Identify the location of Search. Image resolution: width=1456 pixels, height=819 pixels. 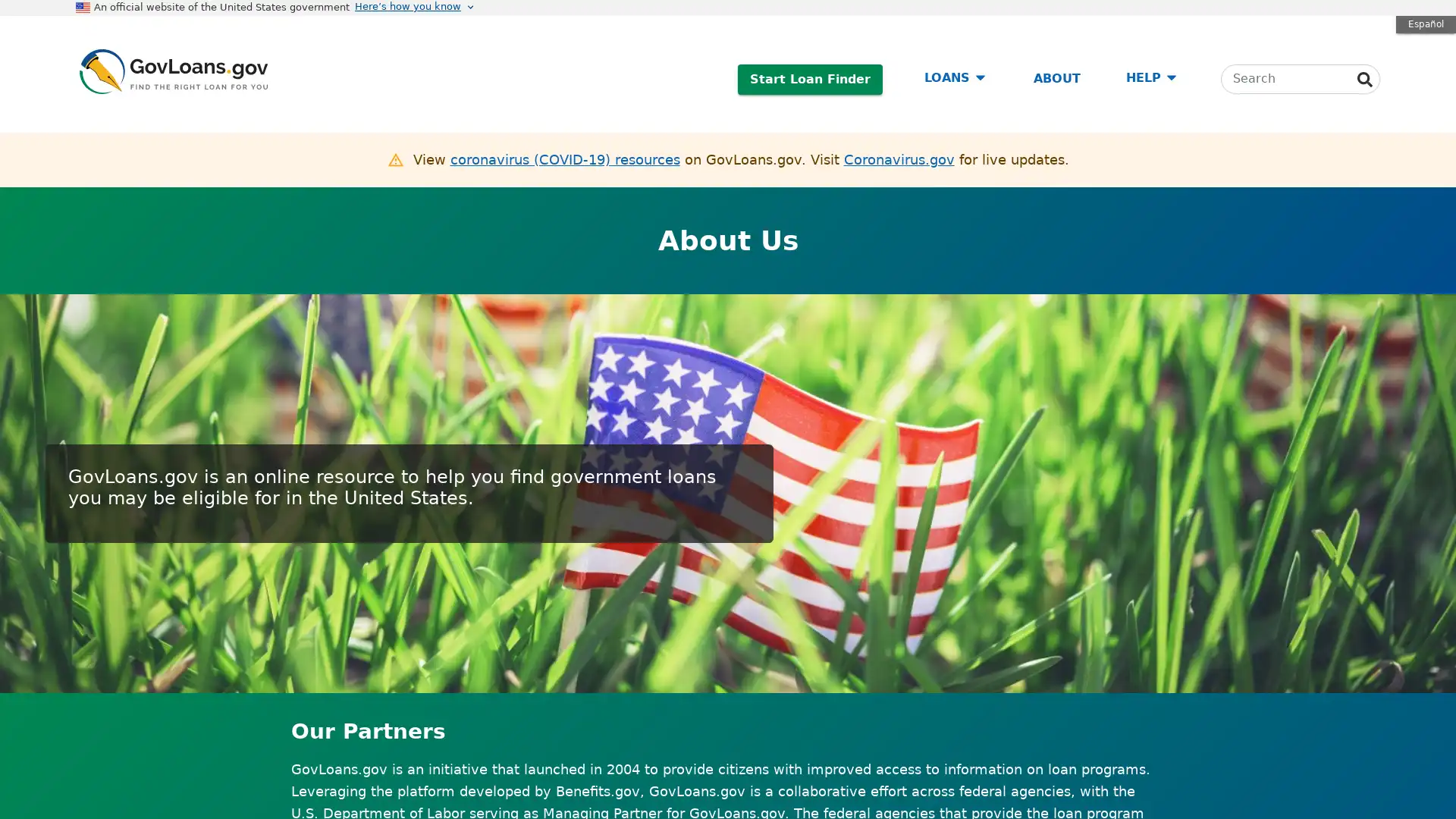
(1365, 79).